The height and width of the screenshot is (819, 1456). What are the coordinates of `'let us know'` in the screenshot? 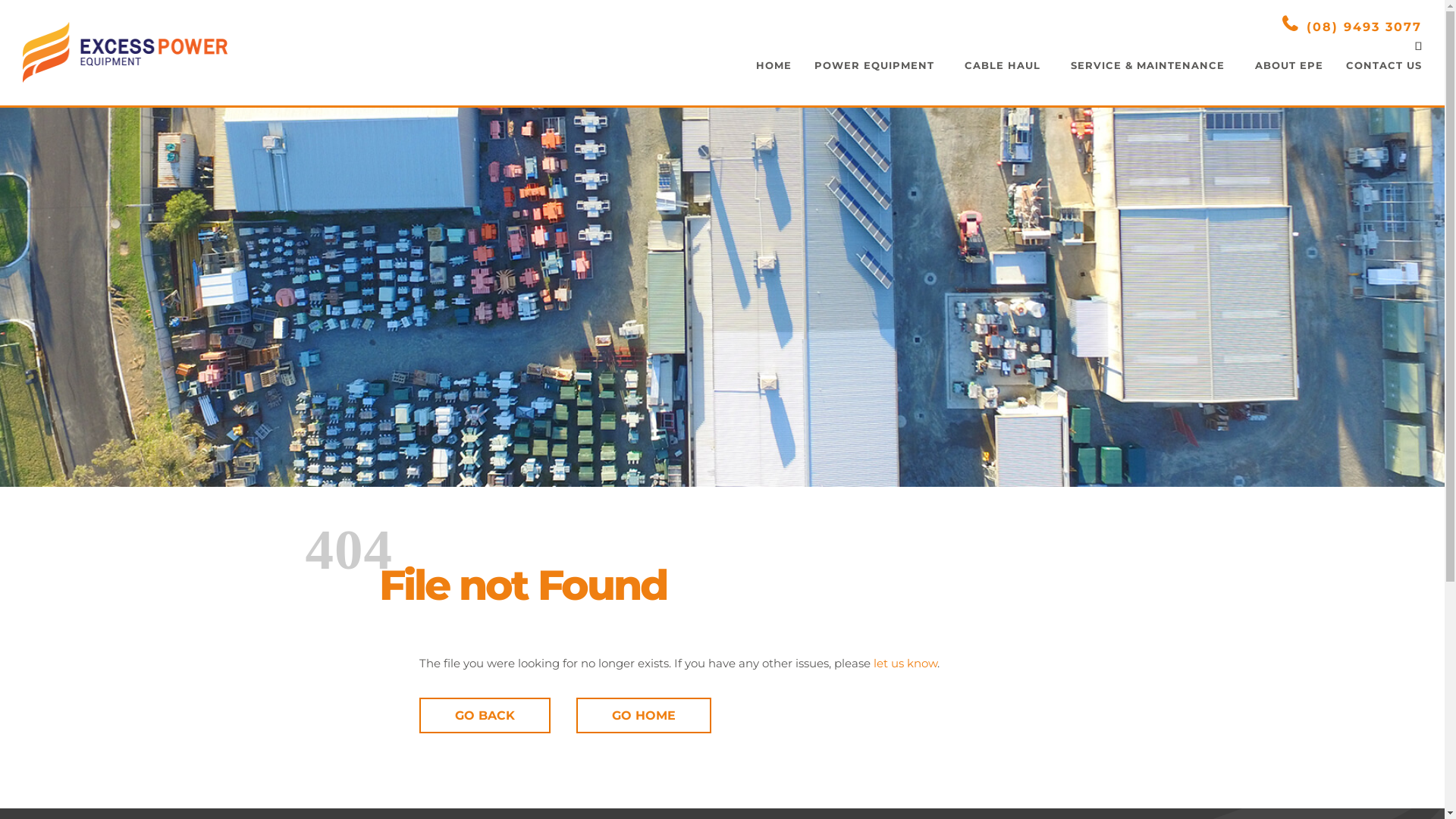 It's located at (905, 662).